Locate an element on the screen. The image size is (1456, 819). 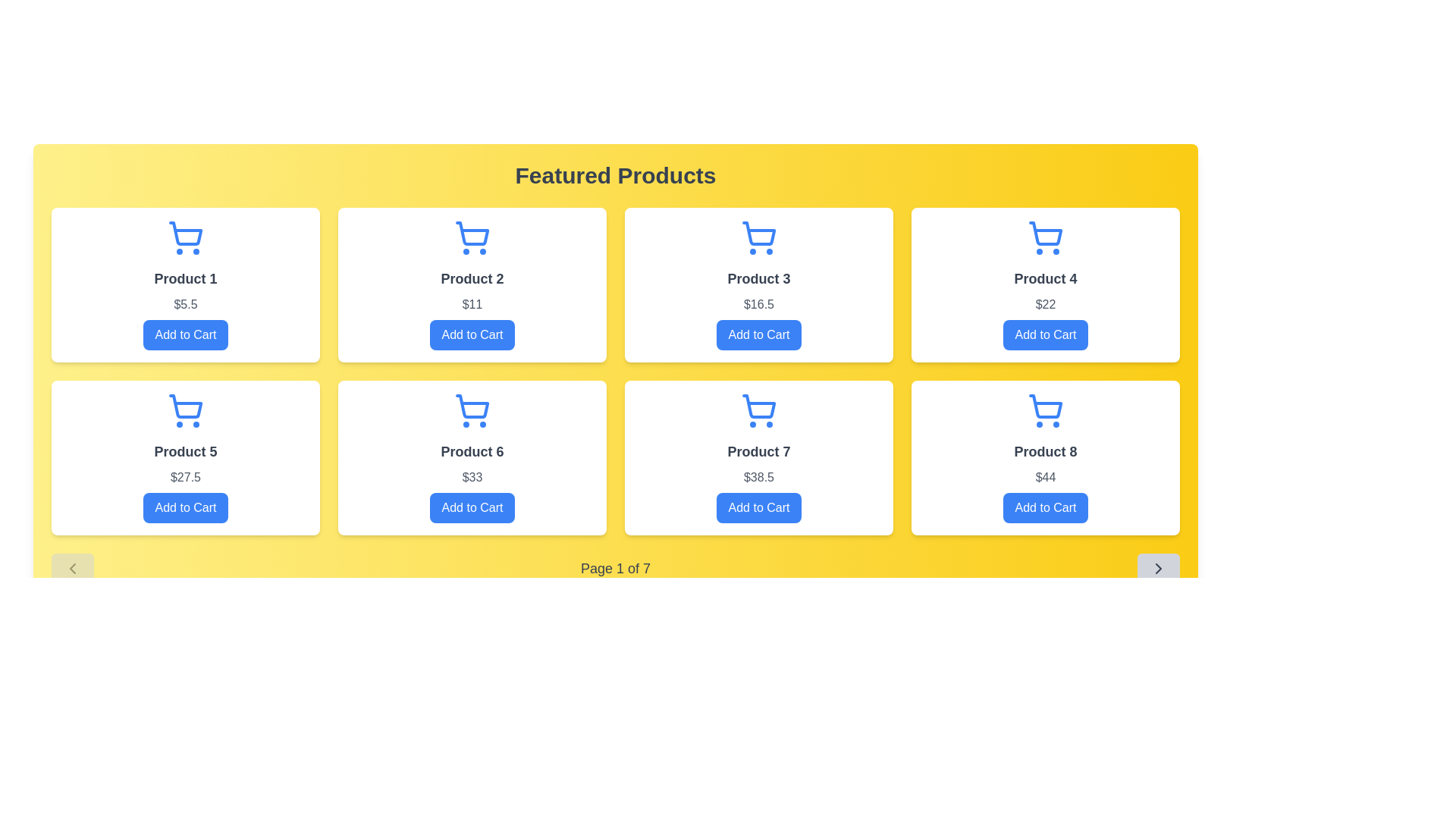
price displayed on the Product 4 card located at the top-right corner of the grid layout is located at coordinates (1044, 284).